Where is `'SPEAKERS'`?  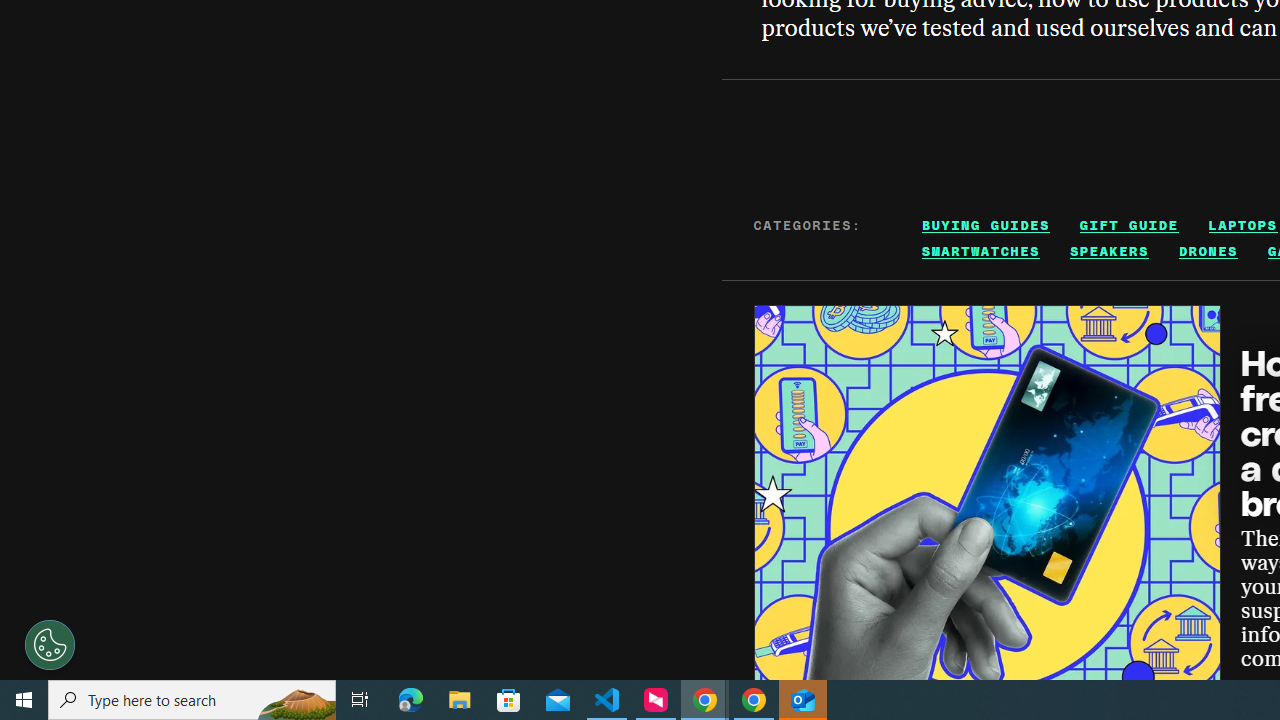 'SPEAKERS' is located at coordinates (1108, 250).